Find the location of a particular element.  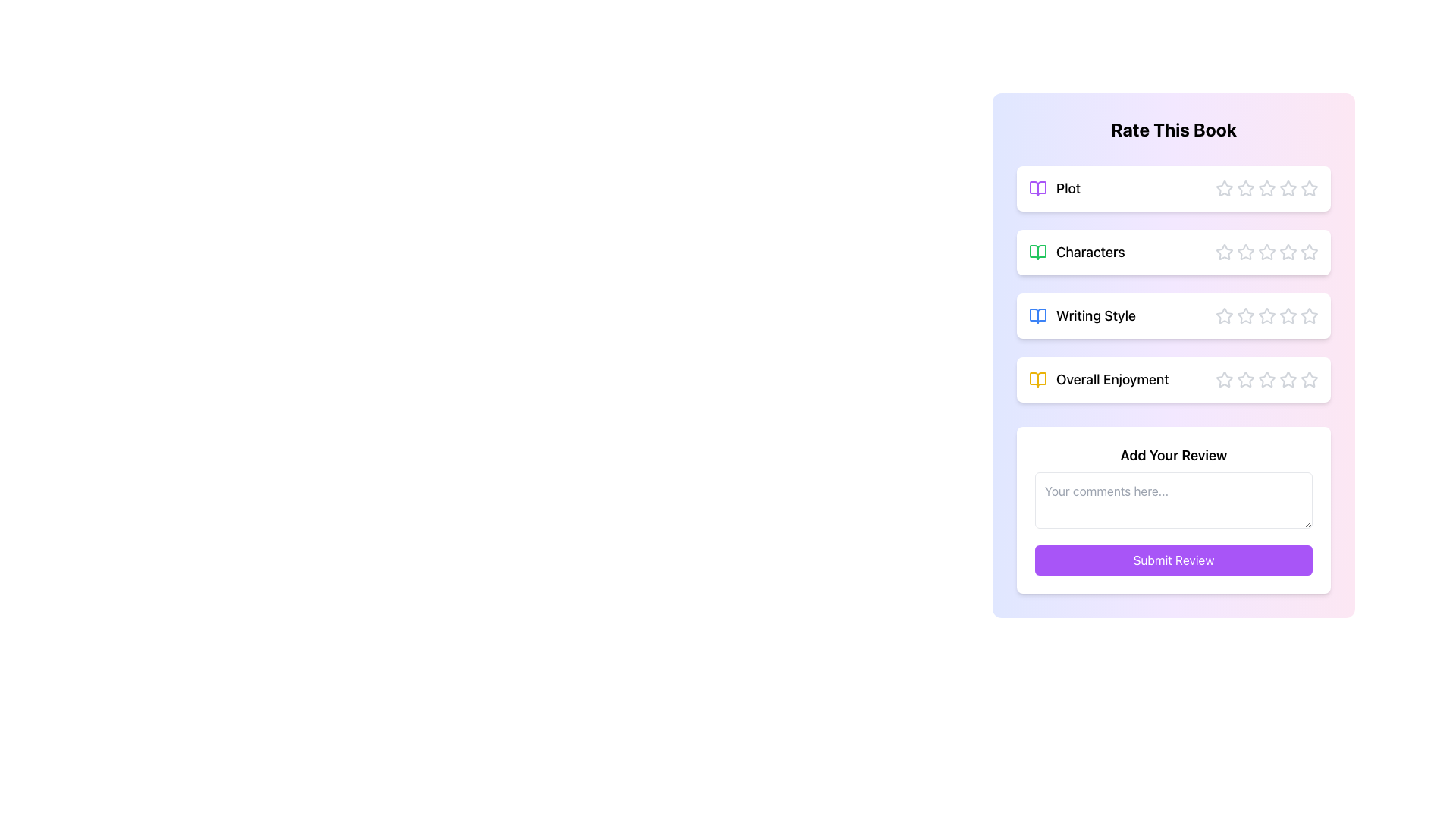

the second star rating button in the Plot section to register a rating is located at coordinates (1266, 187).